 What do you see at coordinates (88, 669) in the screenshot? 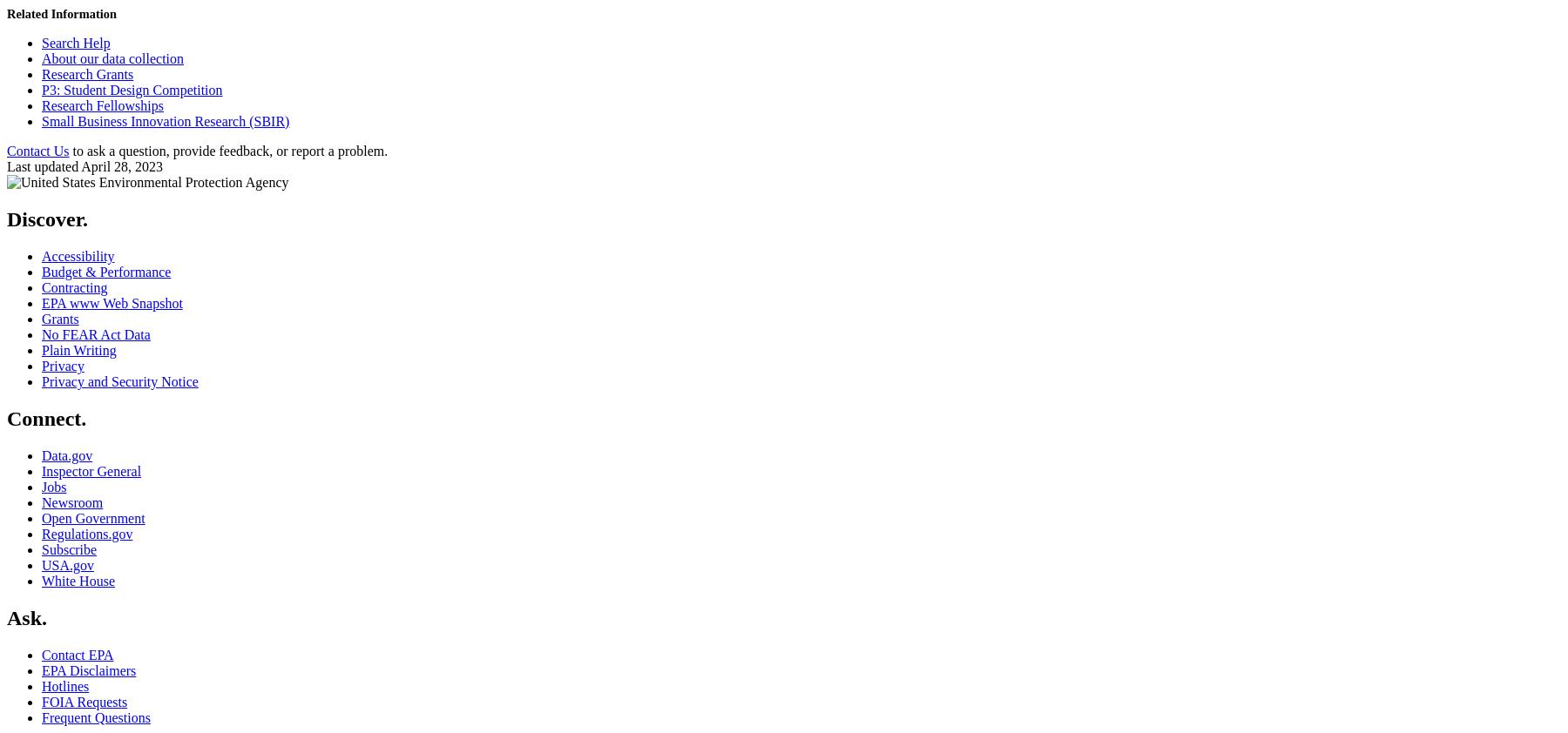
I see `'EPA Disclaimers'` at bounding box center [88, 669].